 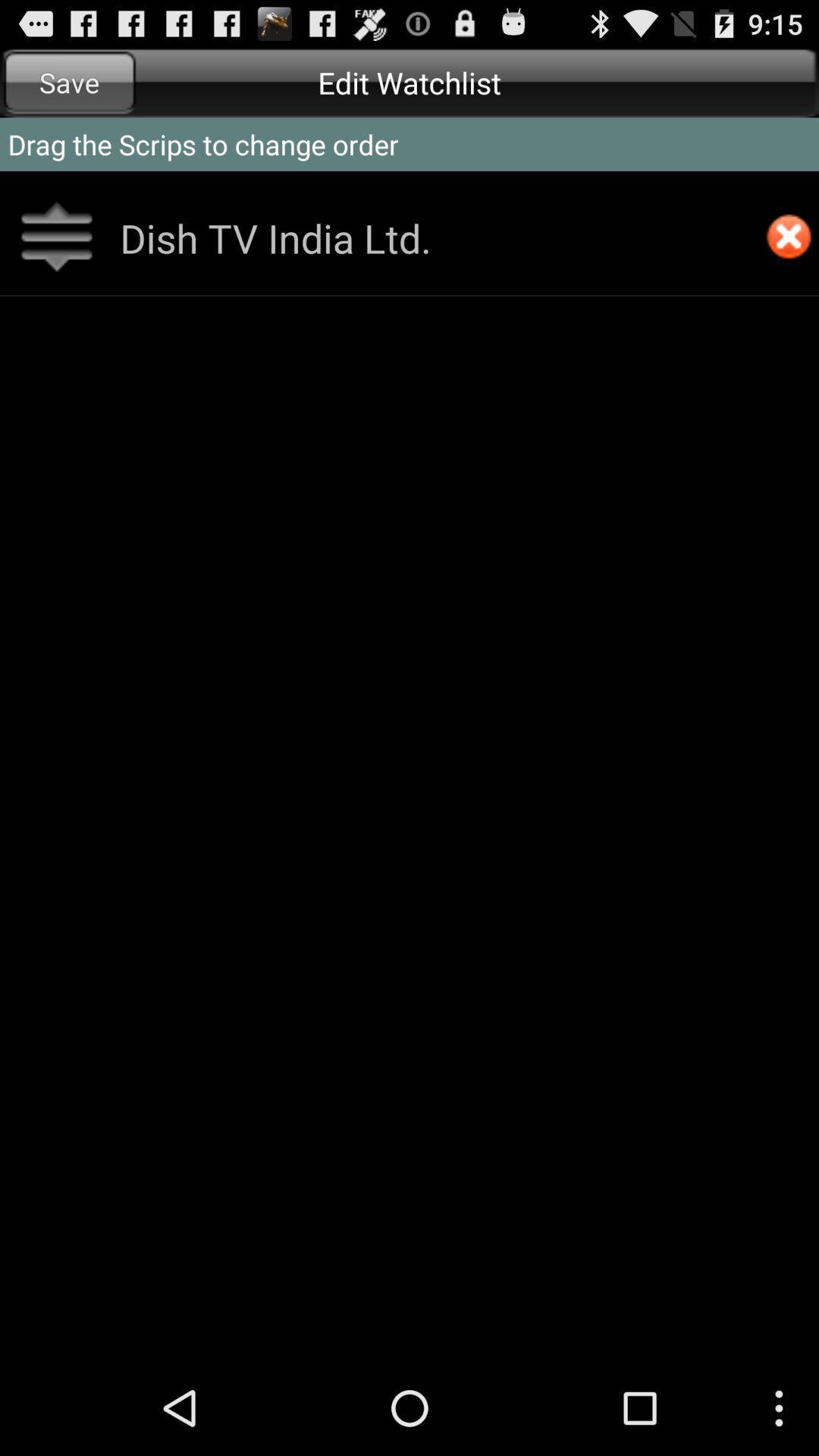 What do you see at coordinates (69, 82) in the screenshot?
I see `icon above drag the scrips item` at bounding box center [69, 82].